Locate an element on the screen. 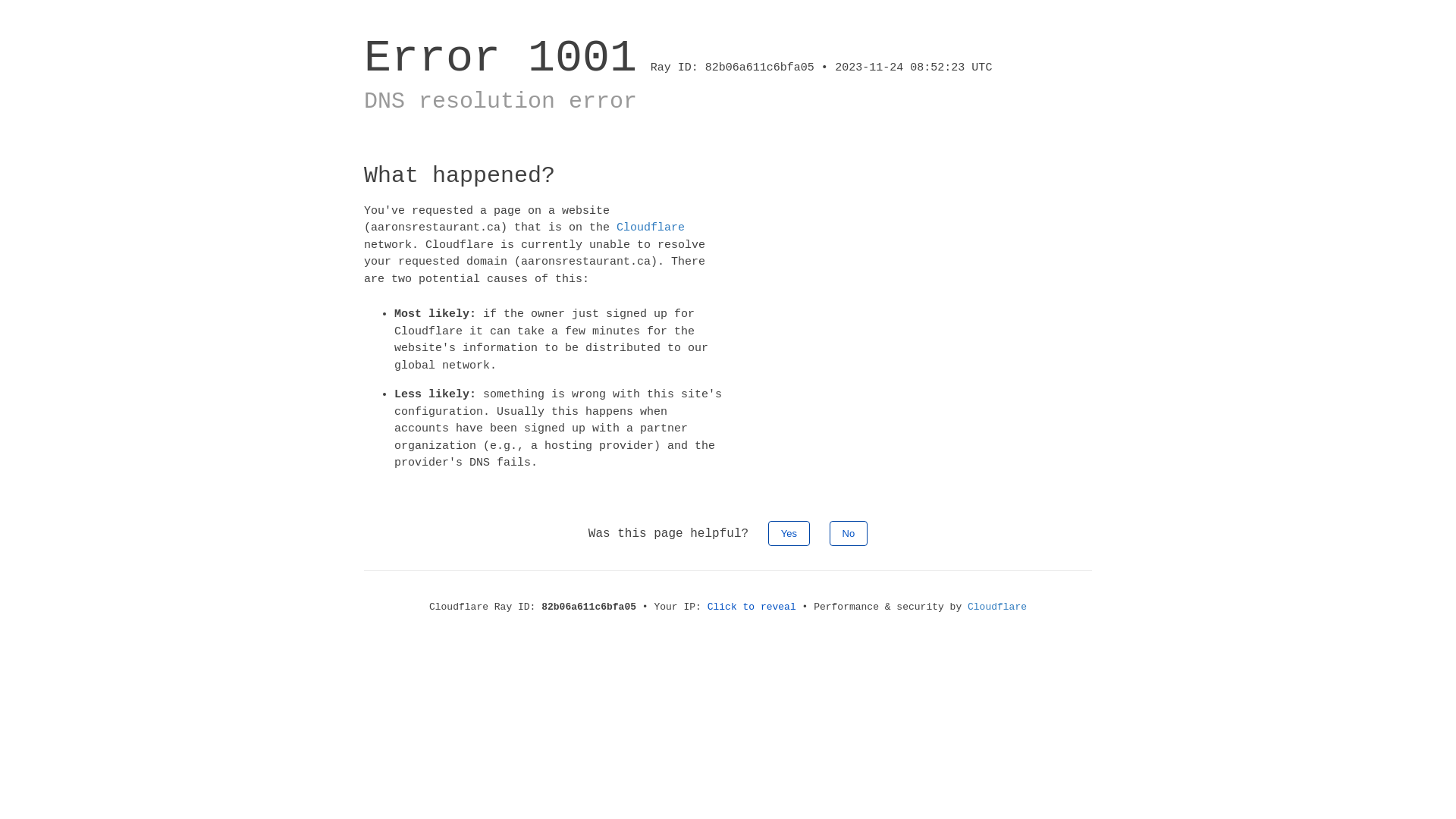  'Cloudflare' is located at coordinates (651, 227).